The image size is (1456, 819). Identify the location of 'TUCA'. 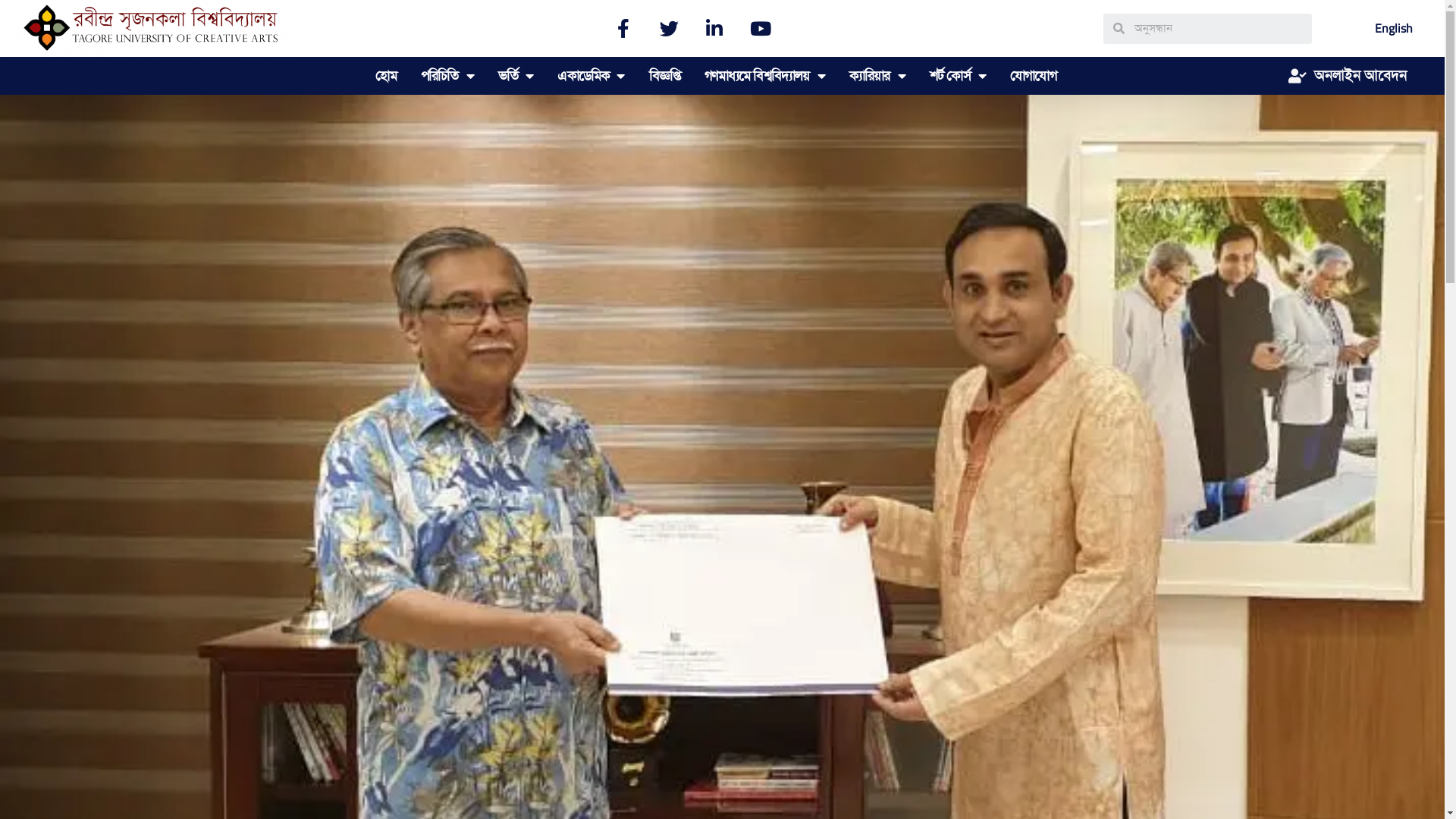
(152, 28).